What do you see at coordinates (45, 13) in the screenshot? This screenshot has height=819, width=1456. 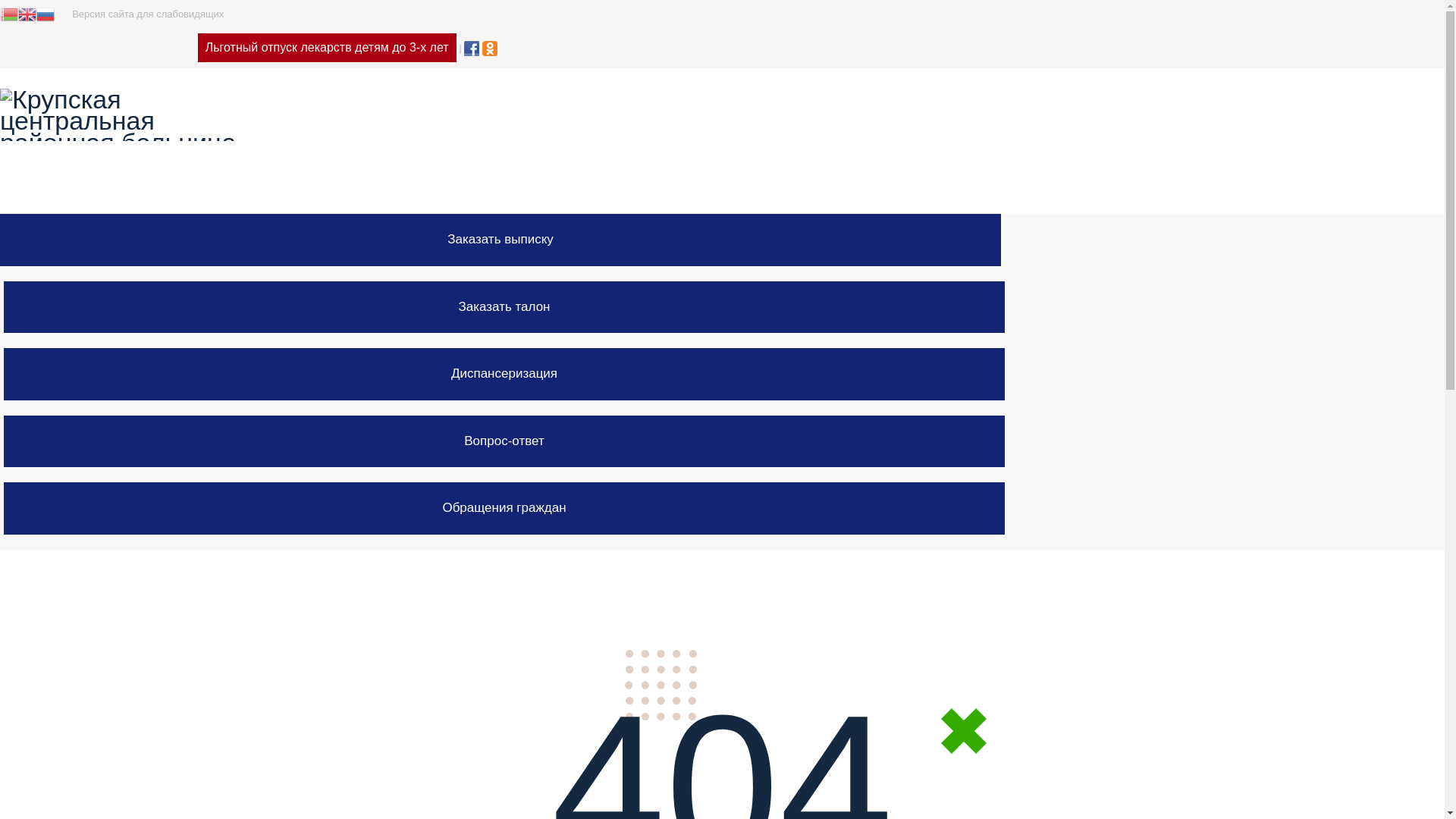 I see `'Russian'` at bounding box center [45, 13].